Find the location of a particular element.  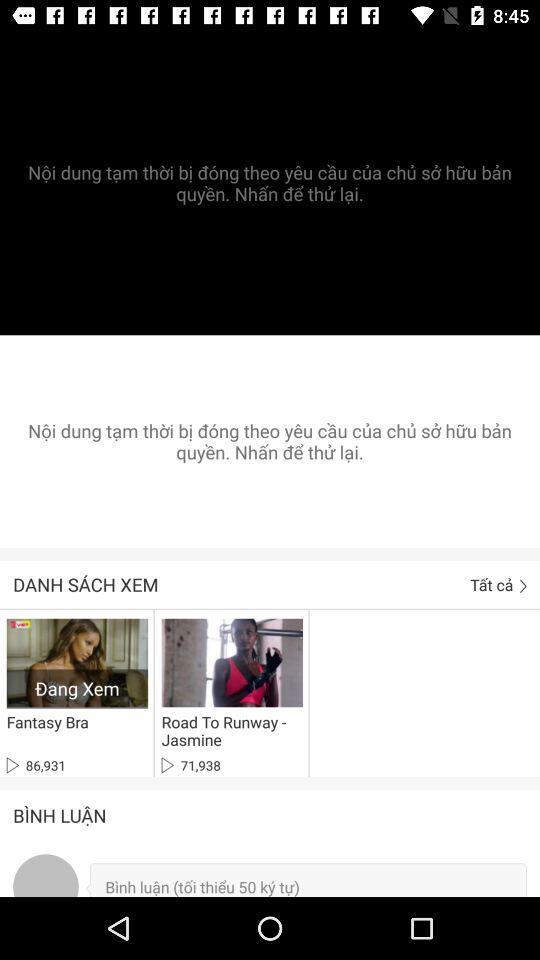

71,938 icon is located at coordinates (191, 764).